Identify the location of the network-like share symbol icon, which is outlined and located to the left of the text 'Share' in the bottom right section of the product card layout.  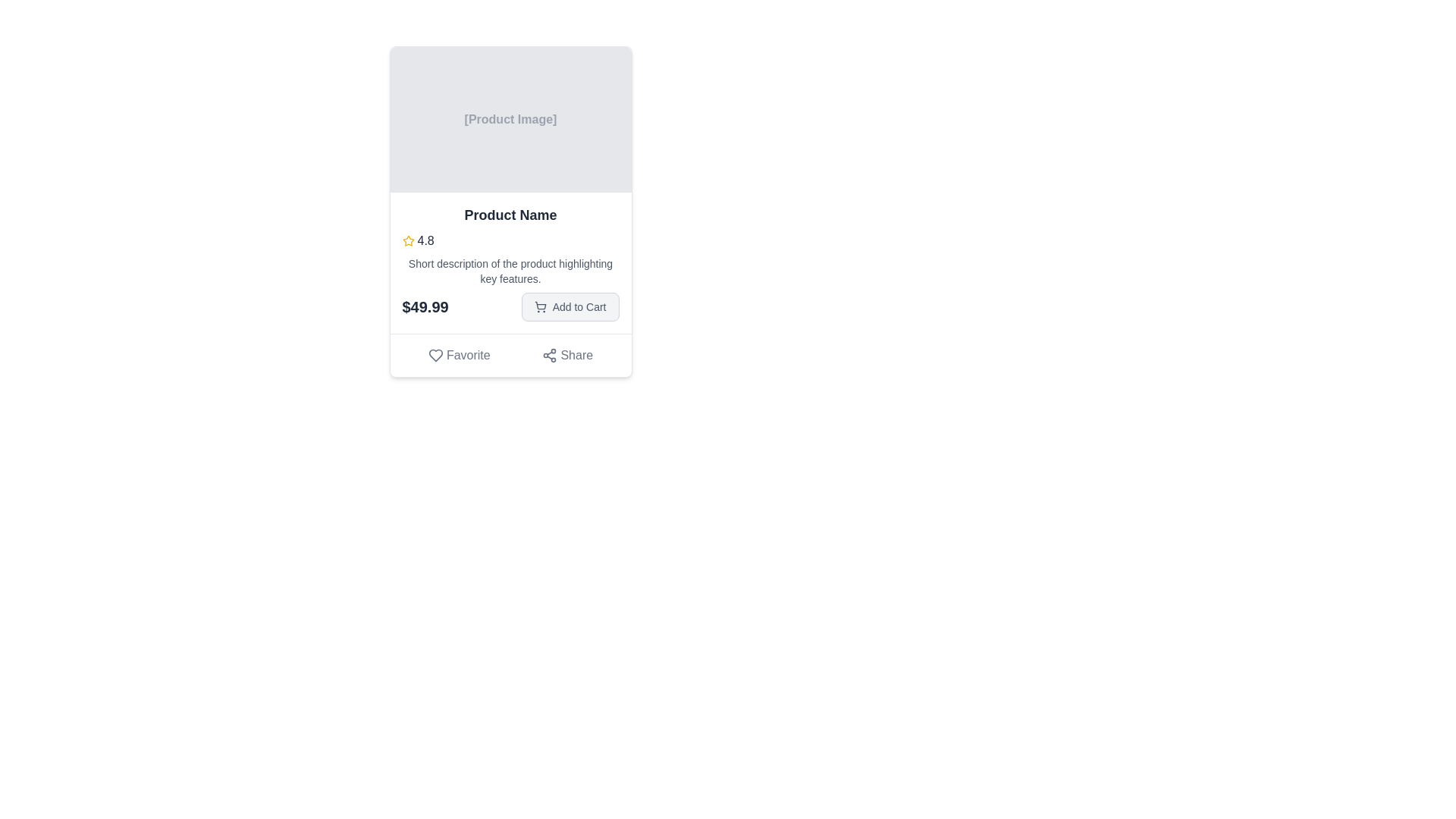
(549, 356).